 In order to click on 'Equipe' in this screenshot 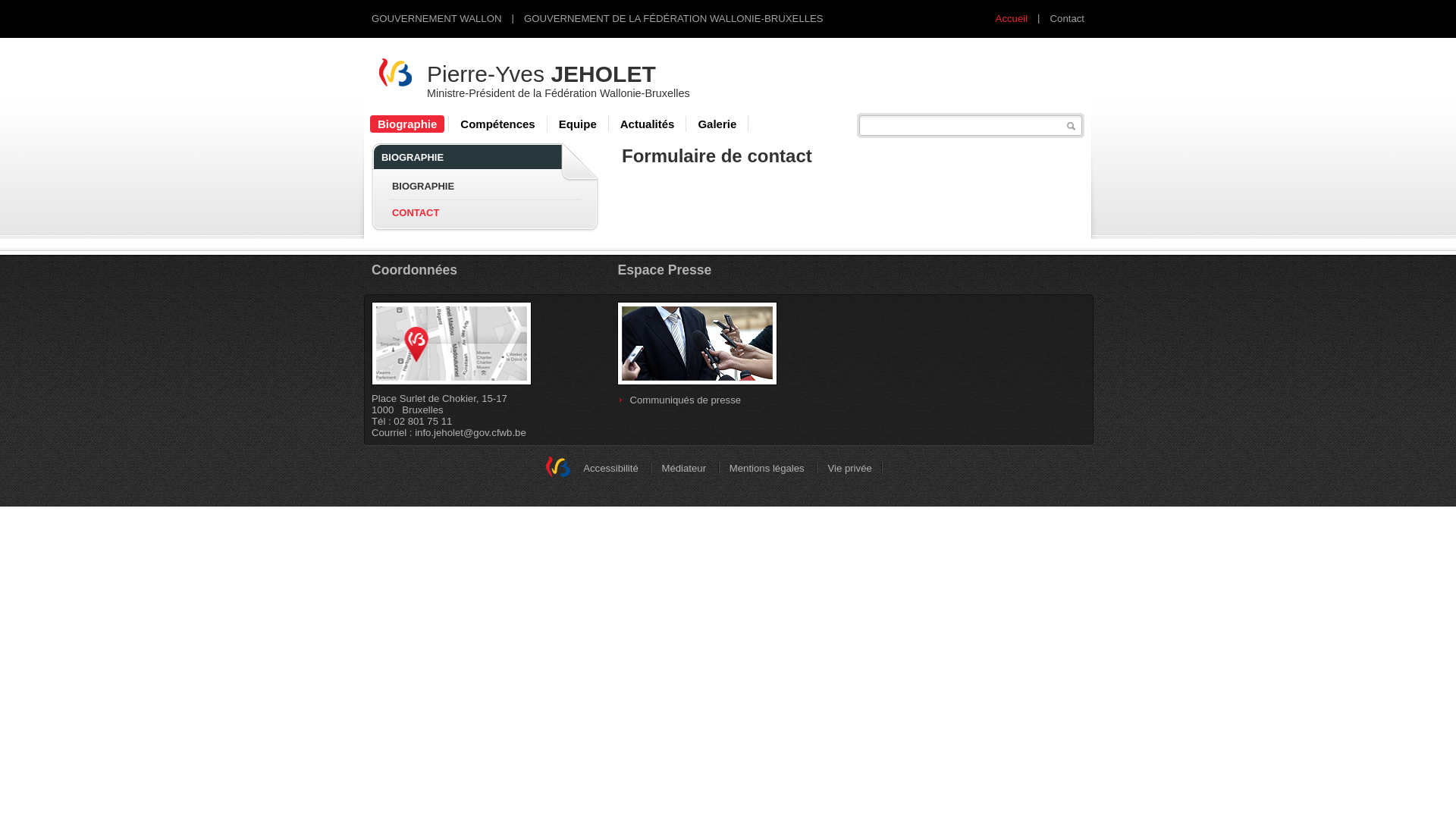, I will do `click(577, 123)`.